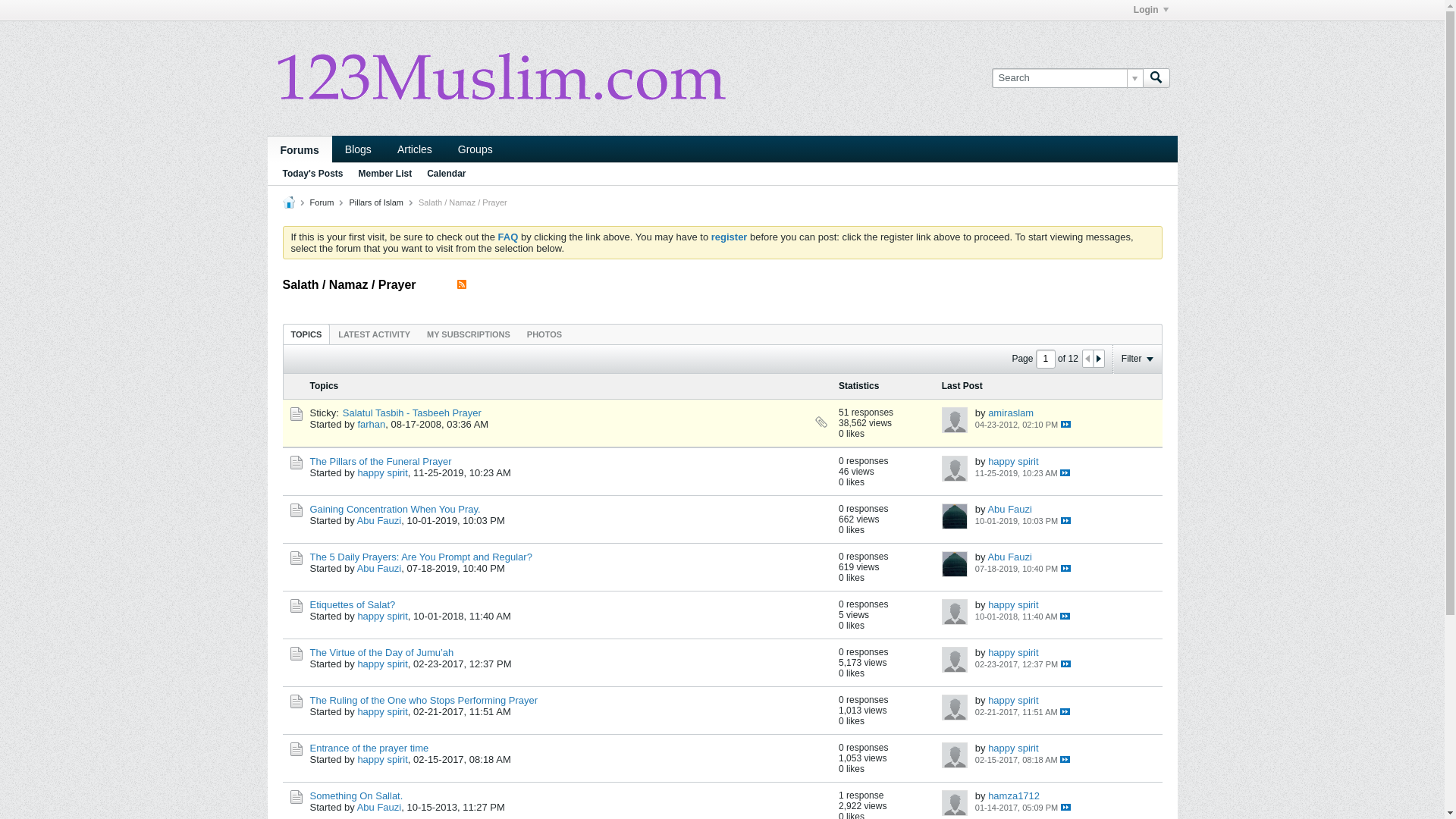 Image resolution: width=1456 pixels, height=819 pixels. Describe the element at coordinates (1087, 359) in the screenshot. I see `'Previous Page'` at that location.